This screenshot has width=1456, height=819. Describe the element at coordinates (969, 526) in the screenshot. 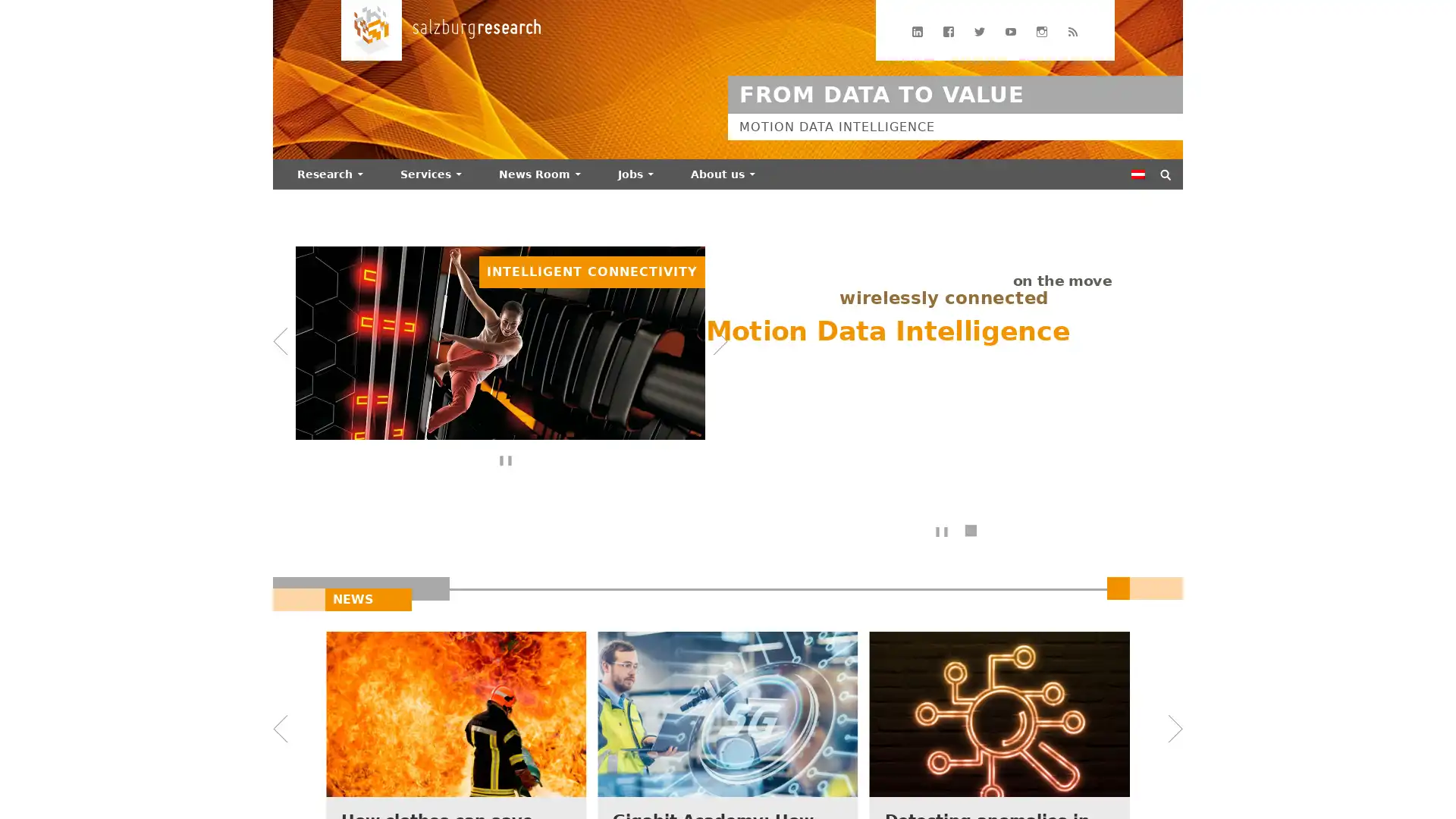

I see `Texte ohne Animation anzeigen` at that location.